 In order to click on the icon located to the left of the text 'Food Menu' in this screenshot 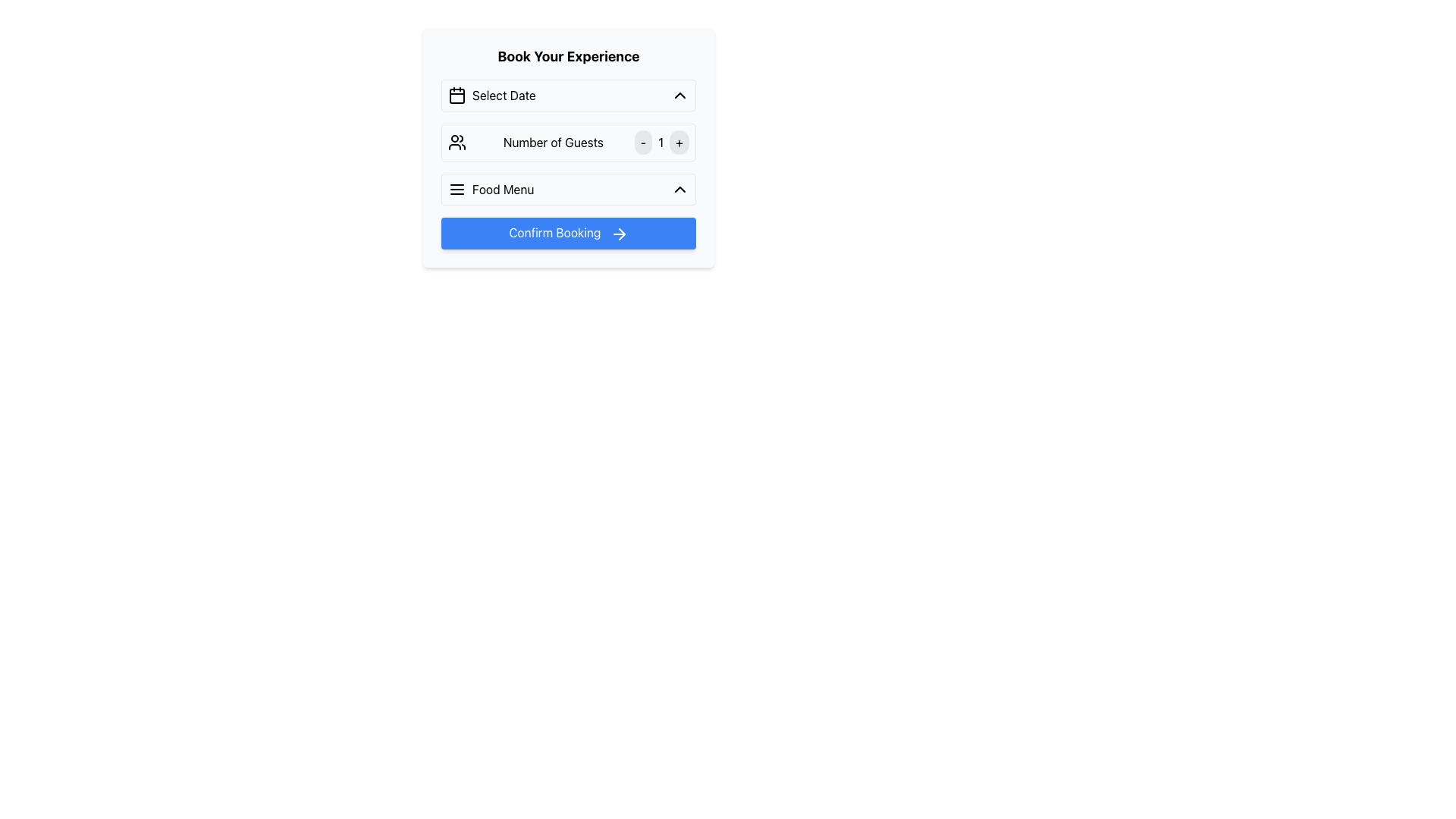, I will do `click(457, 189)`.